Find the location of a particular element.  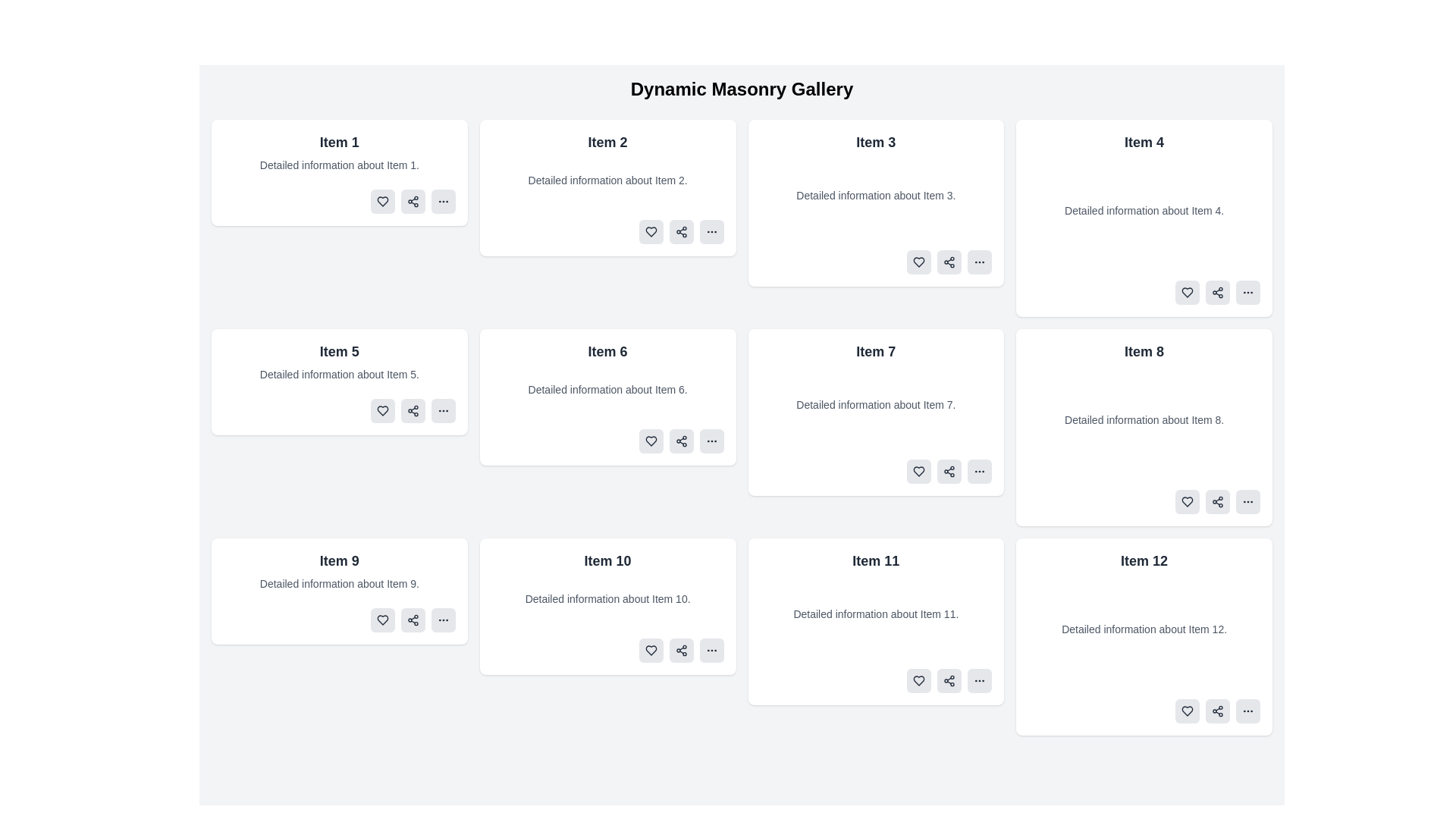

the heart icon at the bottom left of the card labeled 'Item 6', which is styled as a line drawing with a smooth, rounded outline, located in the second row and second column of the grid layout is located at coordinates (651, 441).